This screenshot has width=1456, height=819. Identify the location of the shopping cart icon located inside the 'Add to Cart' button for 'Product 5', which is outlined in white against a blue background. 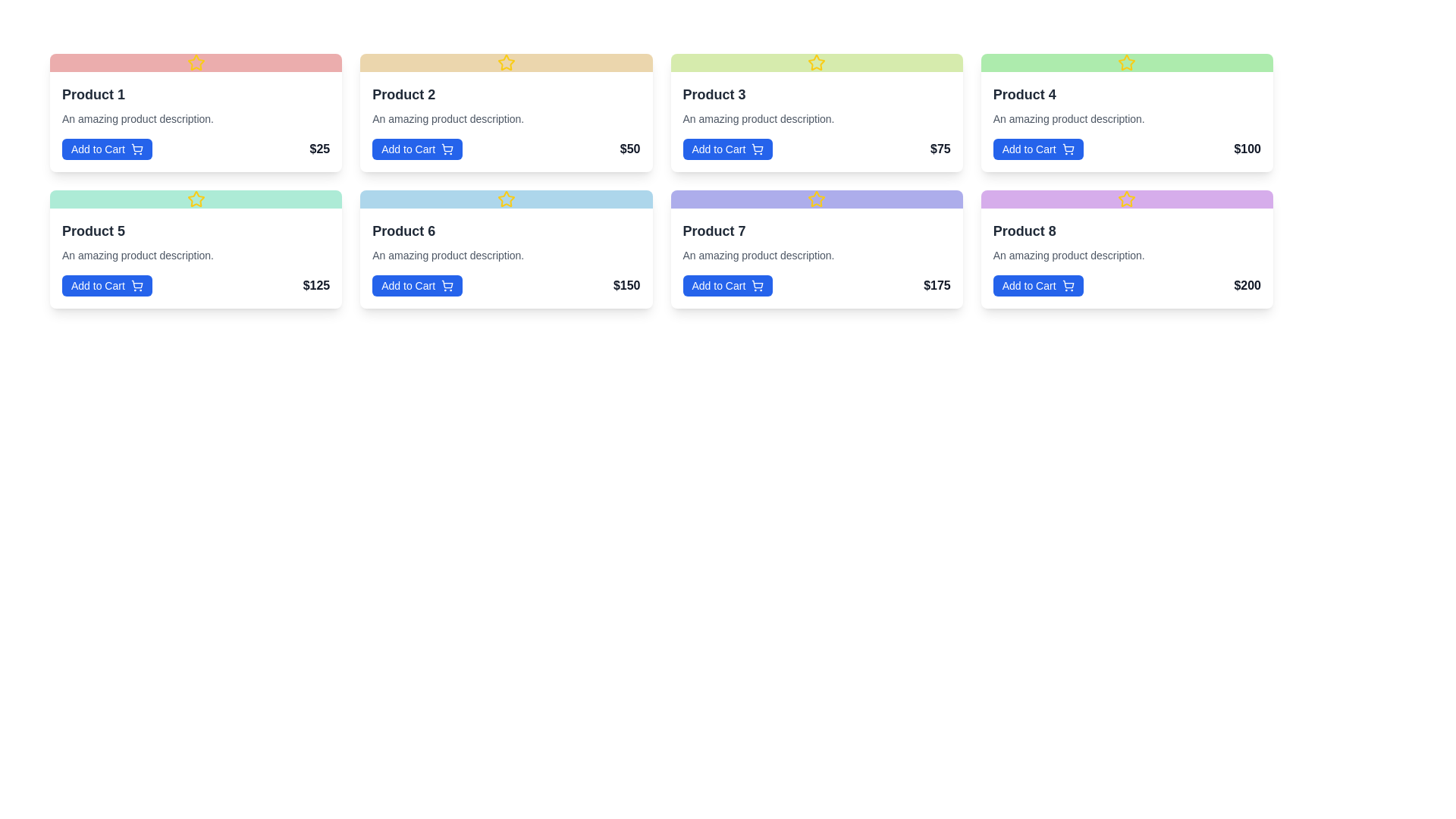
(136, 286).